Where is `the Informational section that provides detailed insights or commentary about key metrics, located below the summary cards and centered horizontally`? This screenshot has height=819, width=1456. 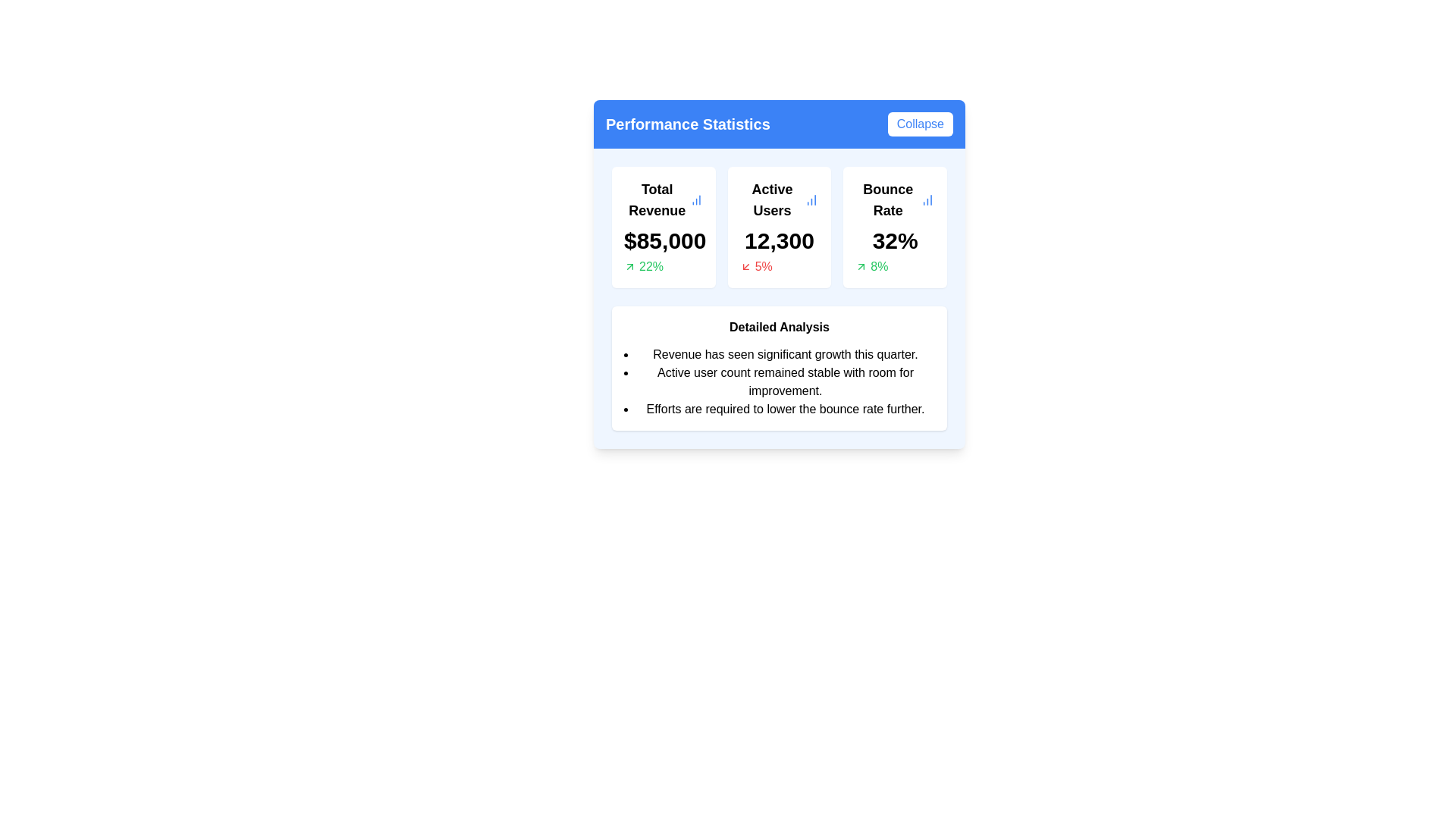 the Informational section that provides detailed insights or commentary about key metrics, located below the summary cards and centered horizontally is located at coordinates (779, 369).